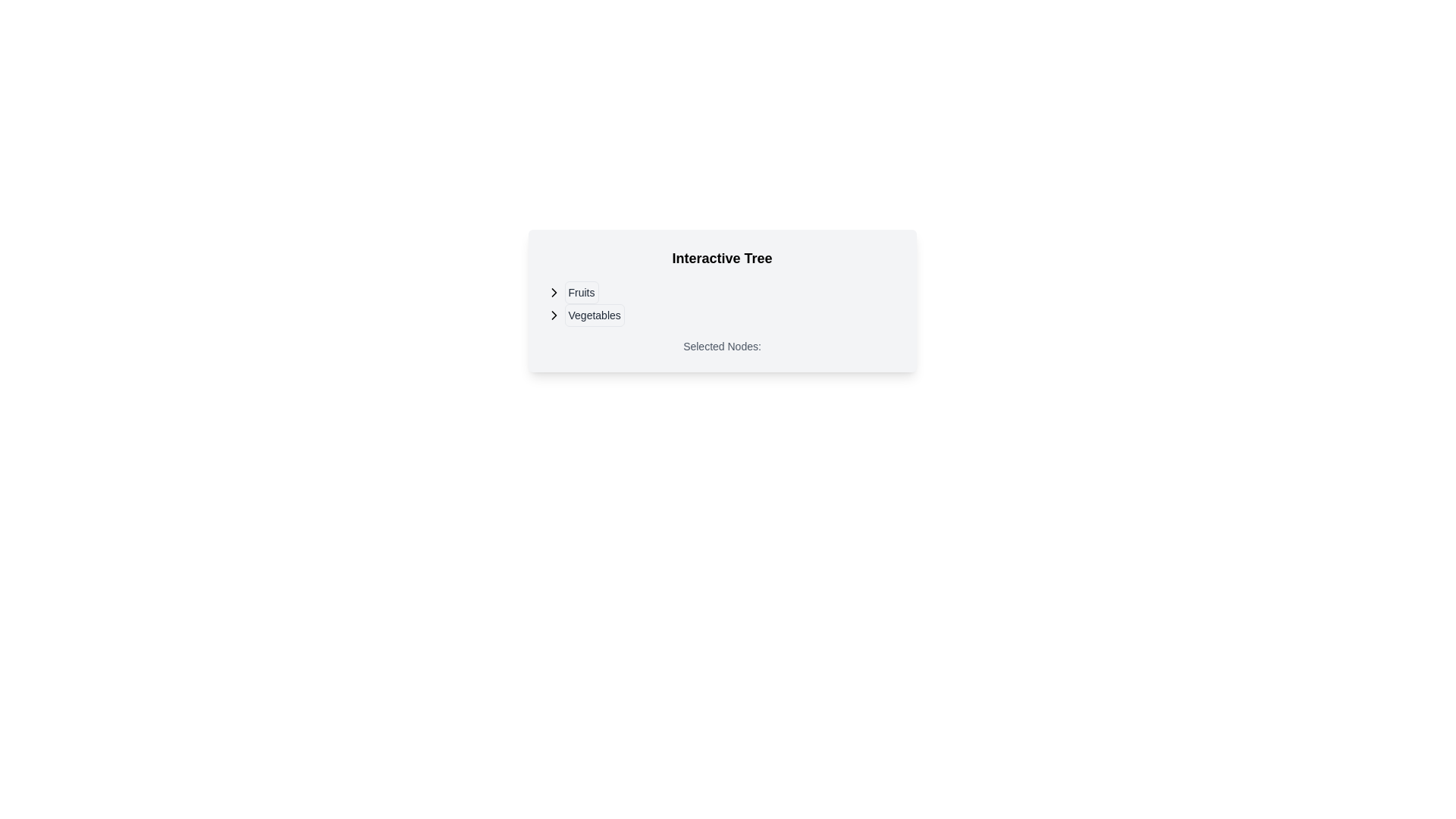 The width and height of the screenshot is (1456, 819). Describe the element at coordinates (581, 292) in the screenshot. I see `the text label displaying 'Fruits'` at that location.